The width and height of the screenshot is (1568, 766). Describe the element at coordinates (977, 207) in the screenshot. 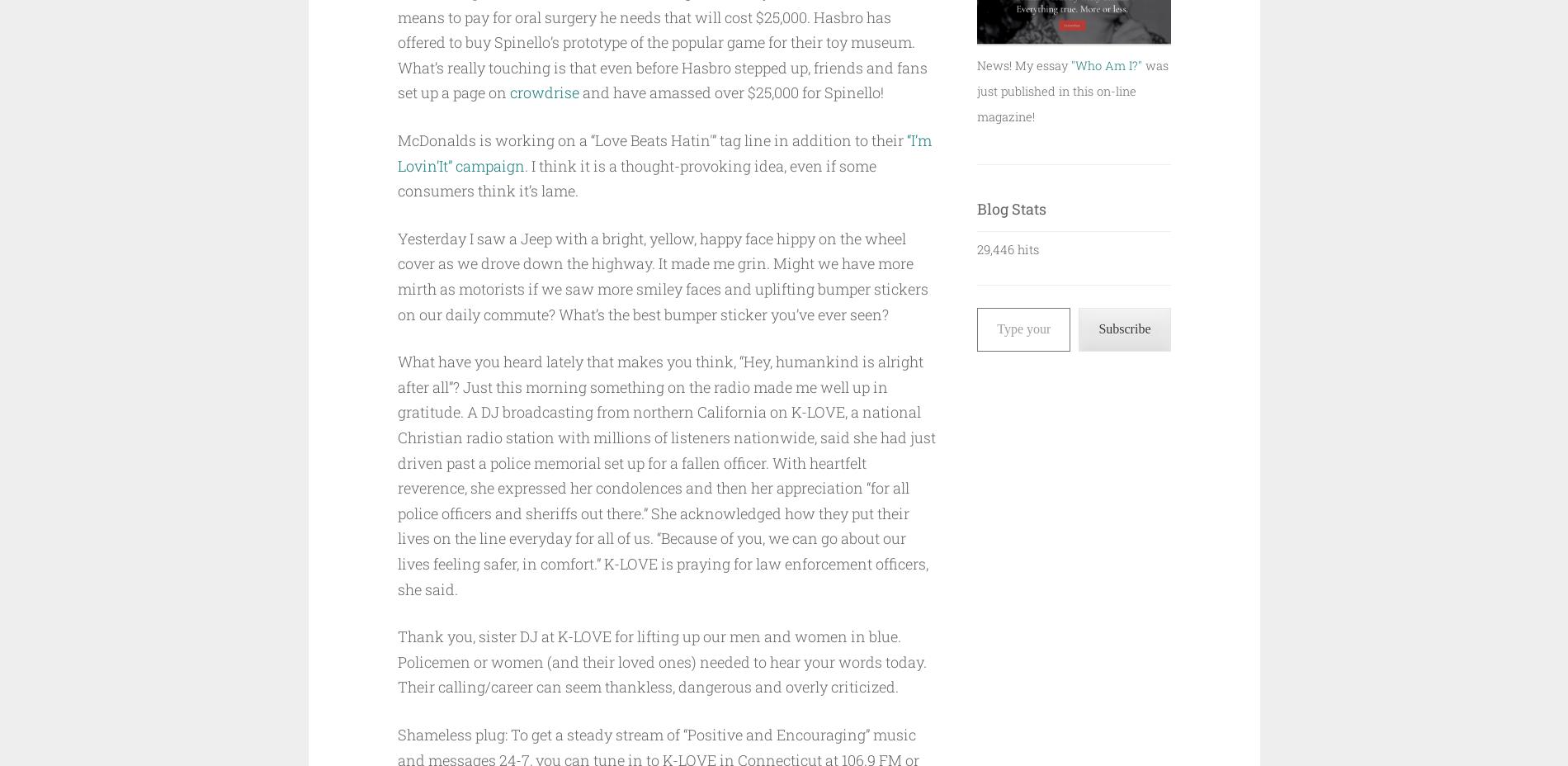

I see `'Blog Stats'` at that location.